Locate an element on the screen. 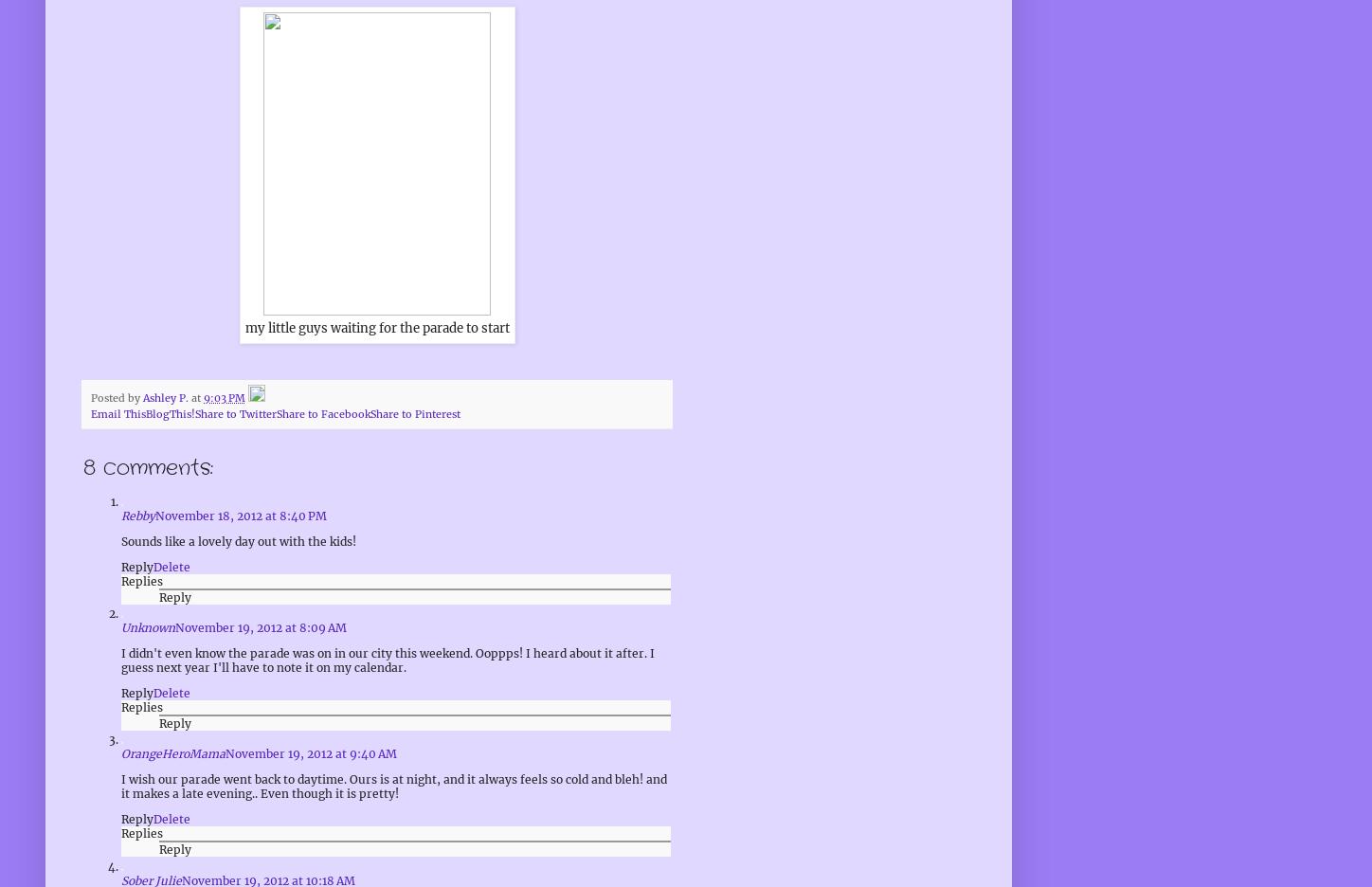 The height and width of the screenshot is (887, 1372). 'Sounds like a lovely day out with the kids!' is located at coordinates (238, 539).